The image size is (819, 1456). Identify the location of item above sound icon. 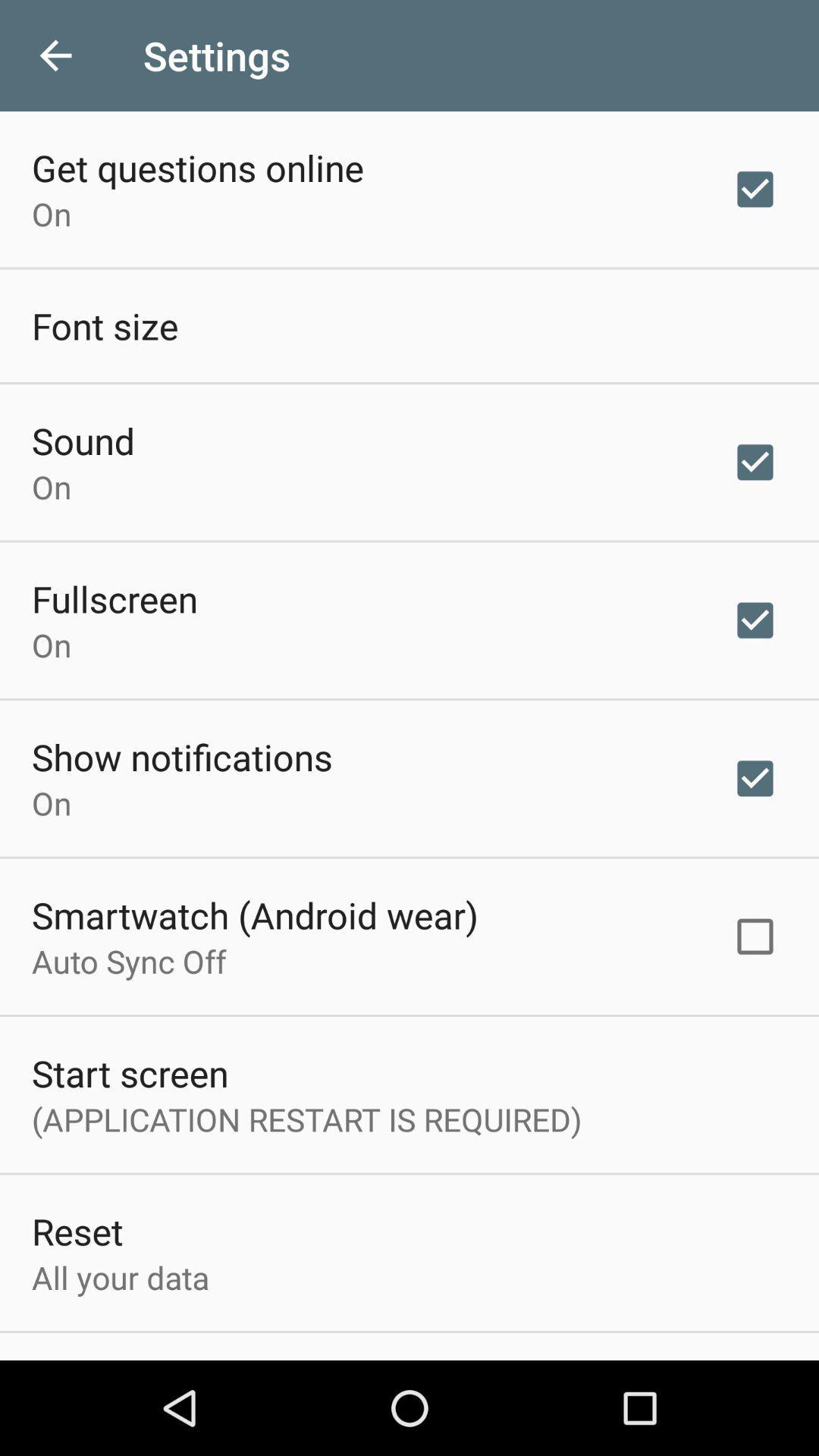
(104, 325).